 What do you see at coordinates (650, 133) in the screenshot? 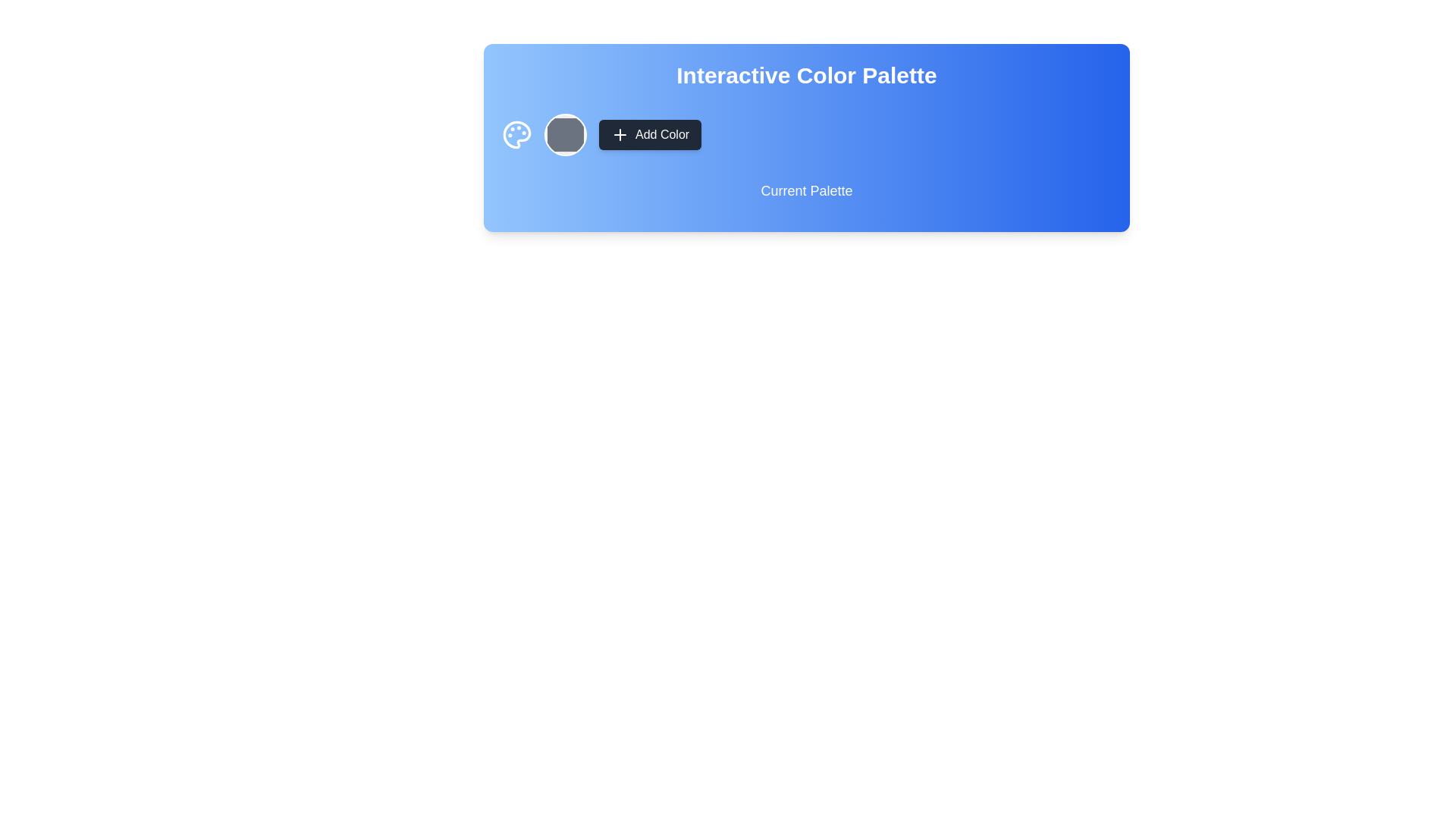
I see `the 'Add Color' button, which is a rectangular button with a dark gray background and white text` at bounding box center [650, 133].